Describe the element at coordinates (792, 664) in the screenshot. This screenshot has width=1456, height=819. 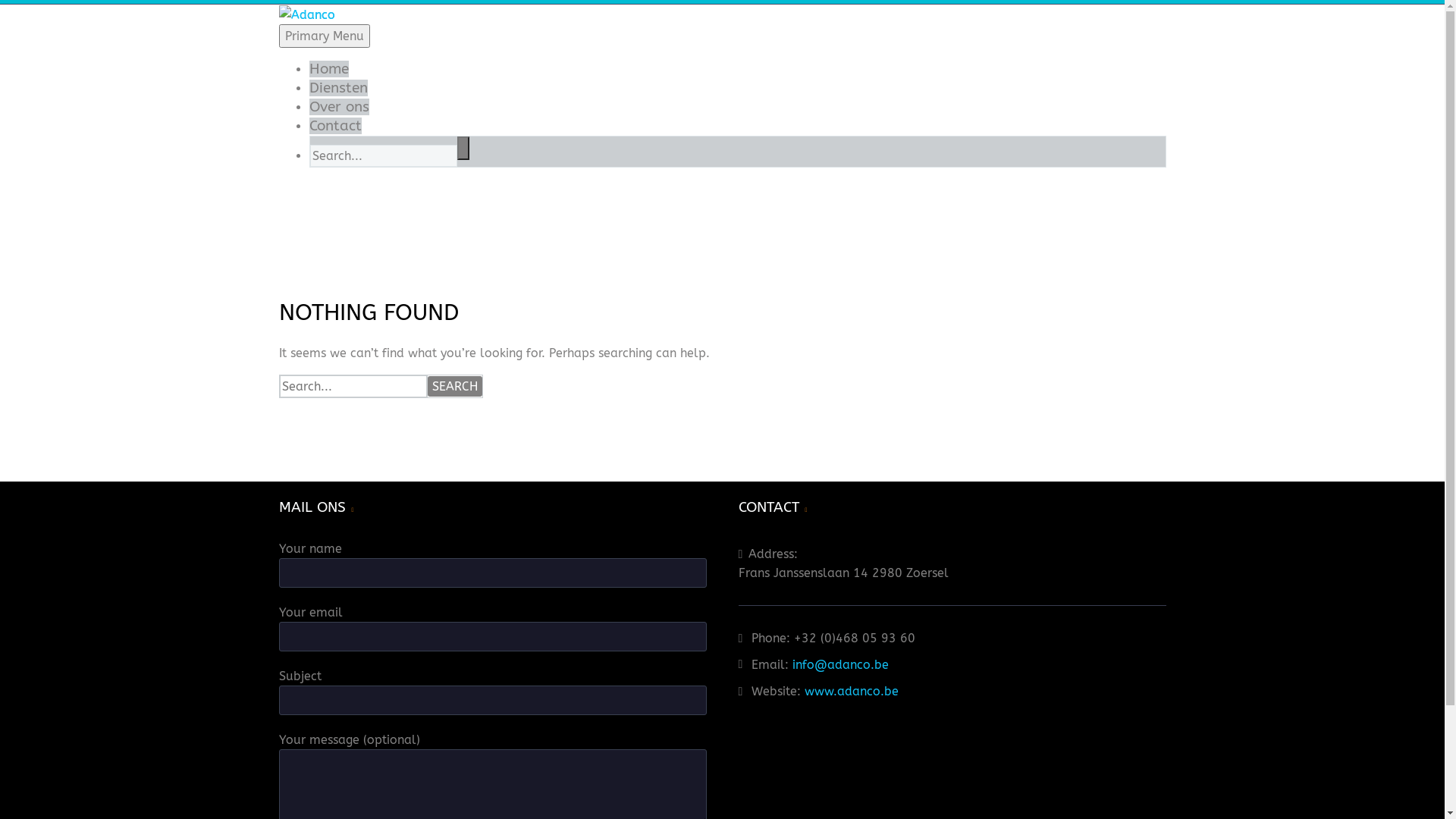
I see `'info@adanco.be'` at that location.